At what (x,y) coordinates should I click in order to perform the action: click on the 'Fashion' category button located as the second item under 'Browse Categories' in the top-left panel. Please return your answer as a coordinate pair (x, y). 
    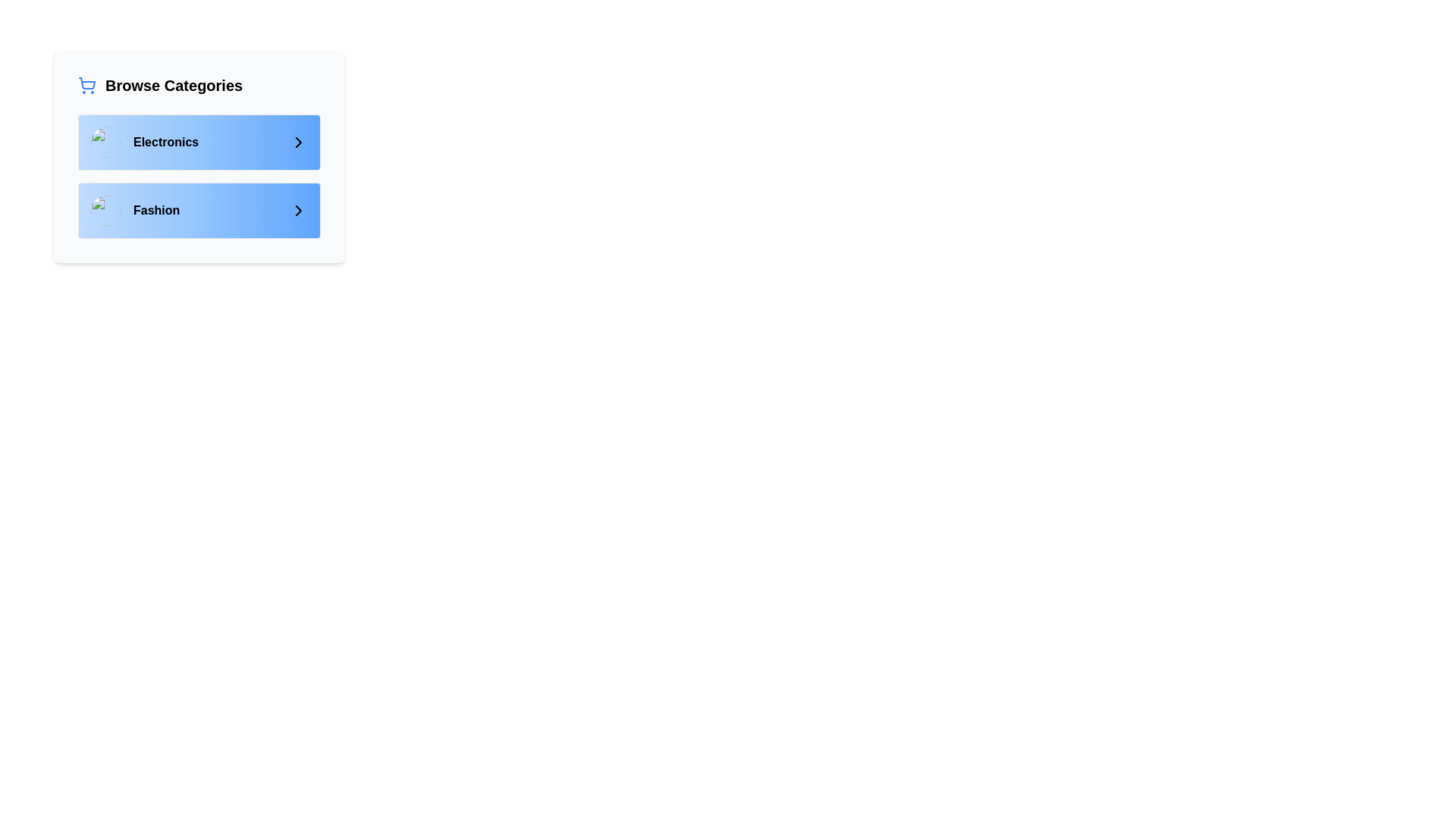
    Looking at the image, I should click on (135, 210).